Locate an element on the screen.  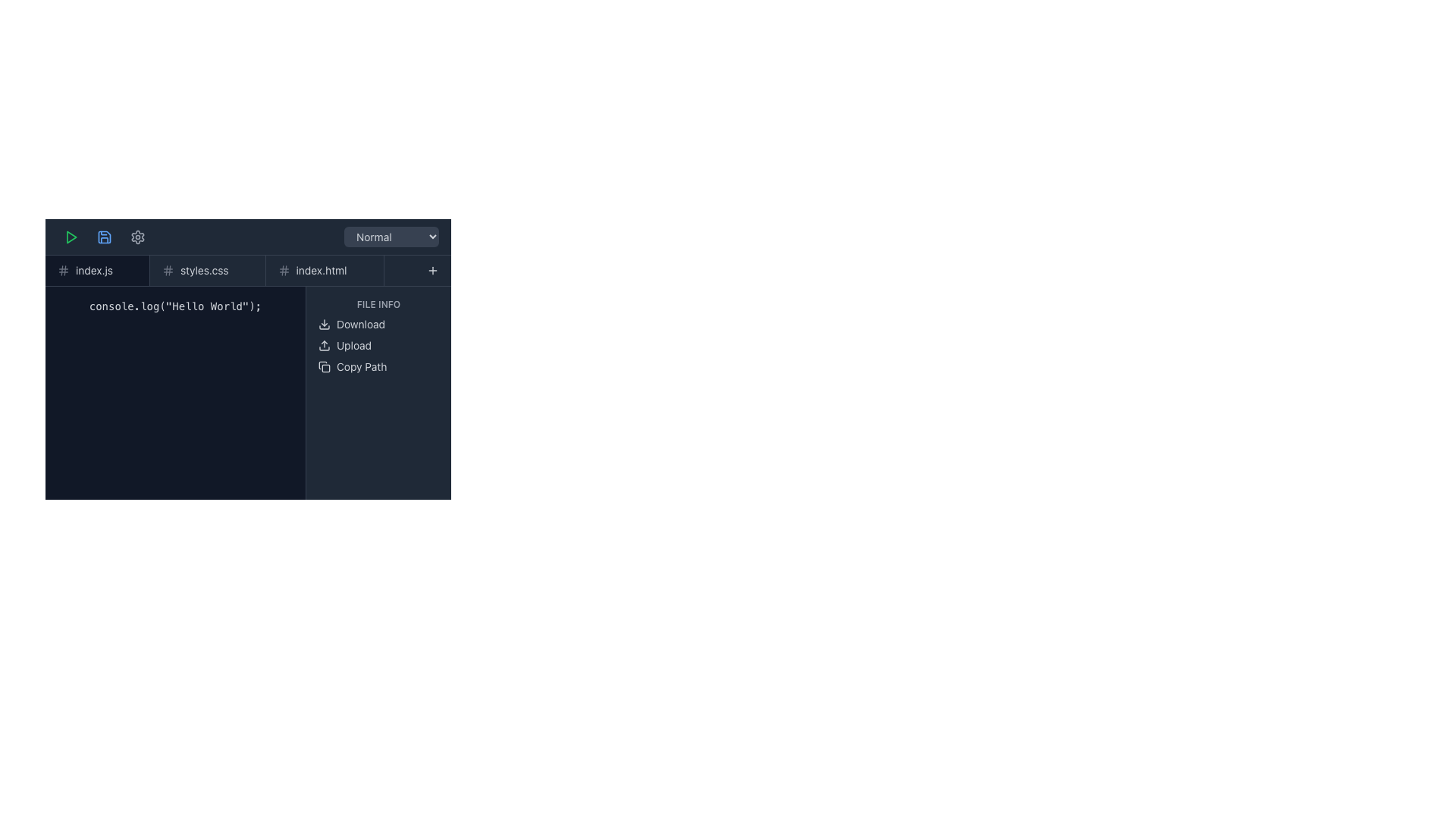
the 'FILE INFO' text label, which is displayed in small caps with a light gray font color on a dark background, located at the top of a vertical list in the right pane is located at coordinates (378, 304).